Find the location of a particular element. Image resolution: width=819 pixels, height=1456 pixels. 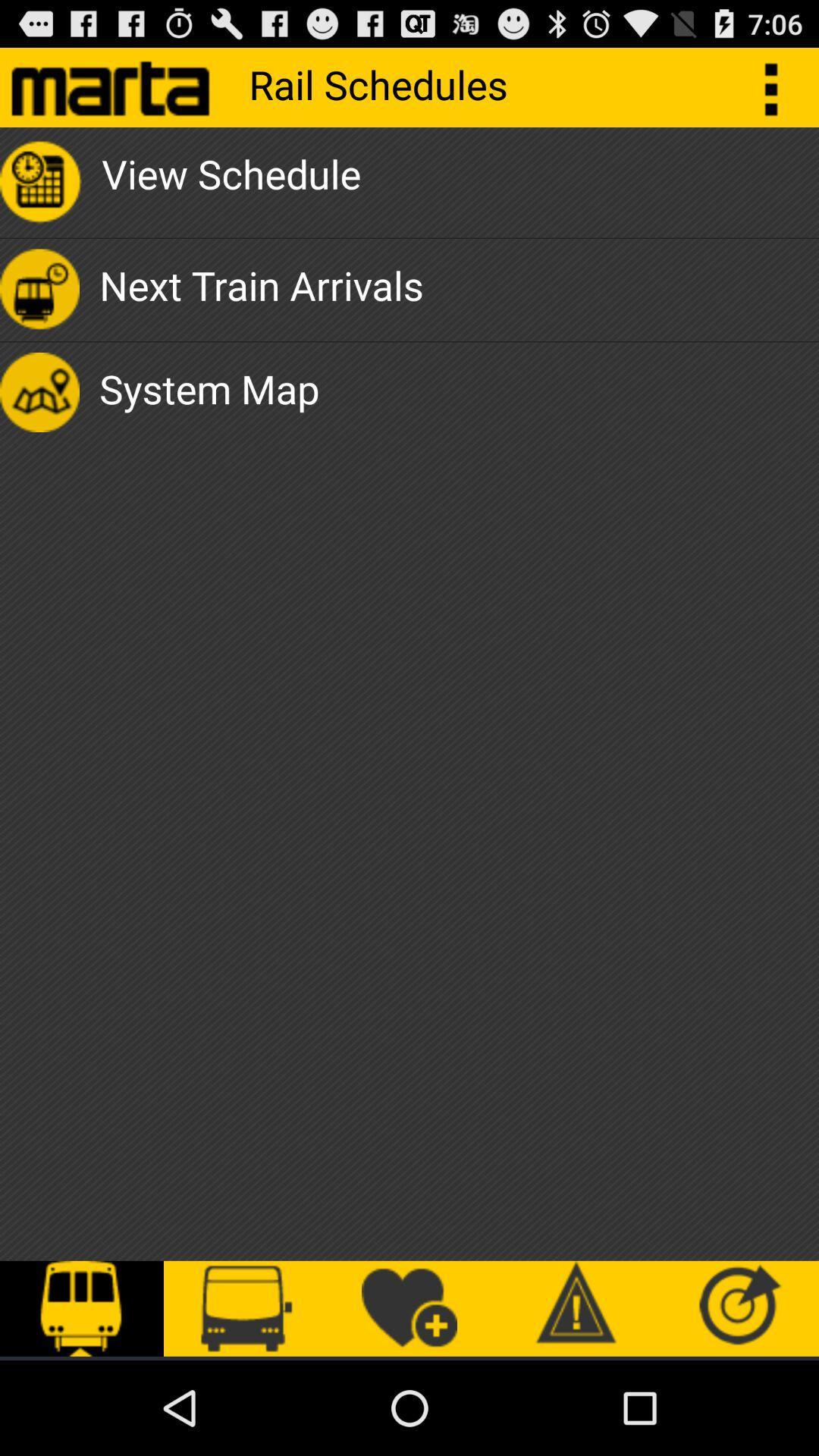

the next train arrivals app is located at coordinates (260, 290).